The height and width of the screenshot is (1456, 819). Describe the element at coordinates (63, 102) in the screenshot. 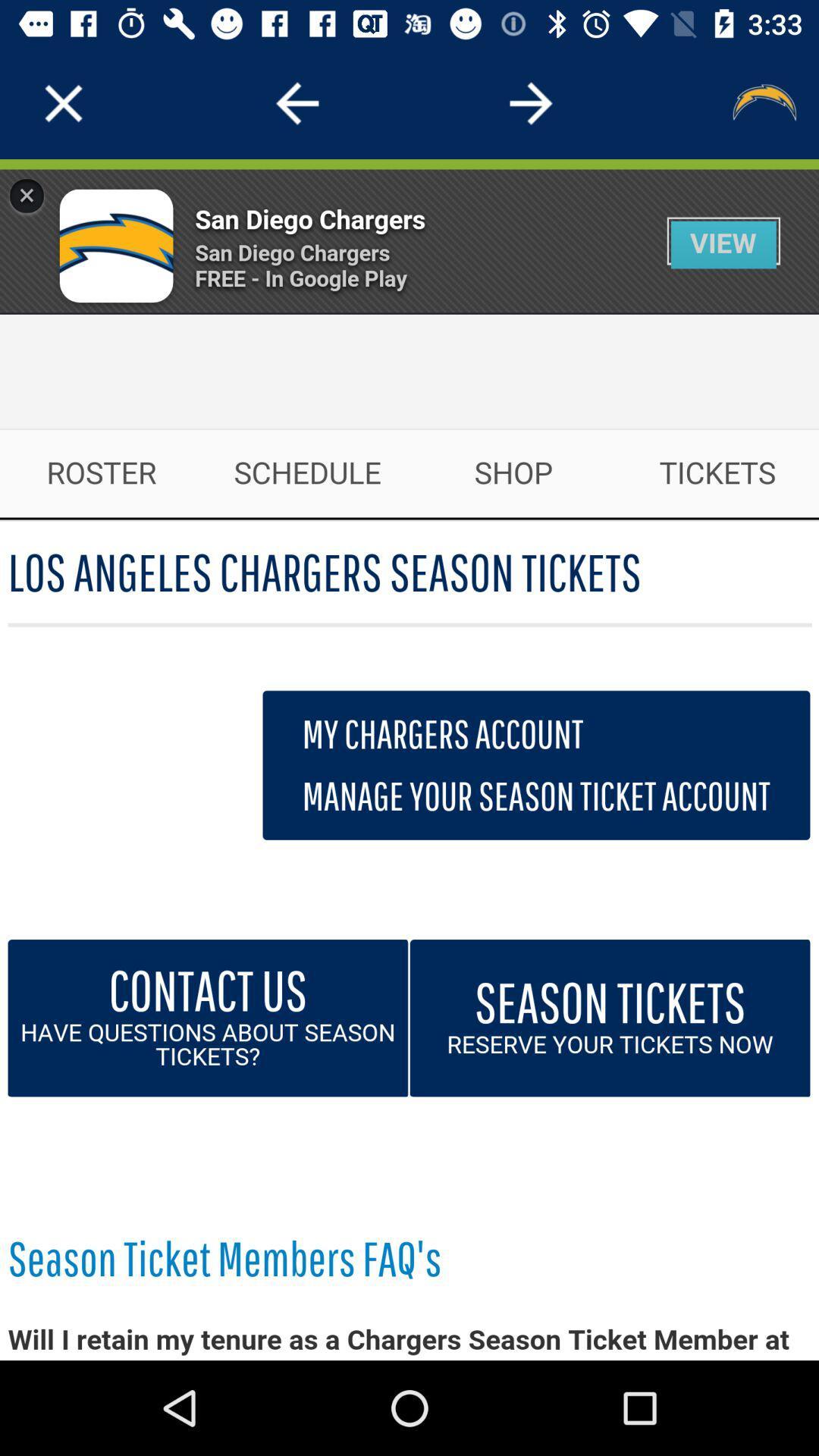

I see `the icon at the top left corner` at that location.